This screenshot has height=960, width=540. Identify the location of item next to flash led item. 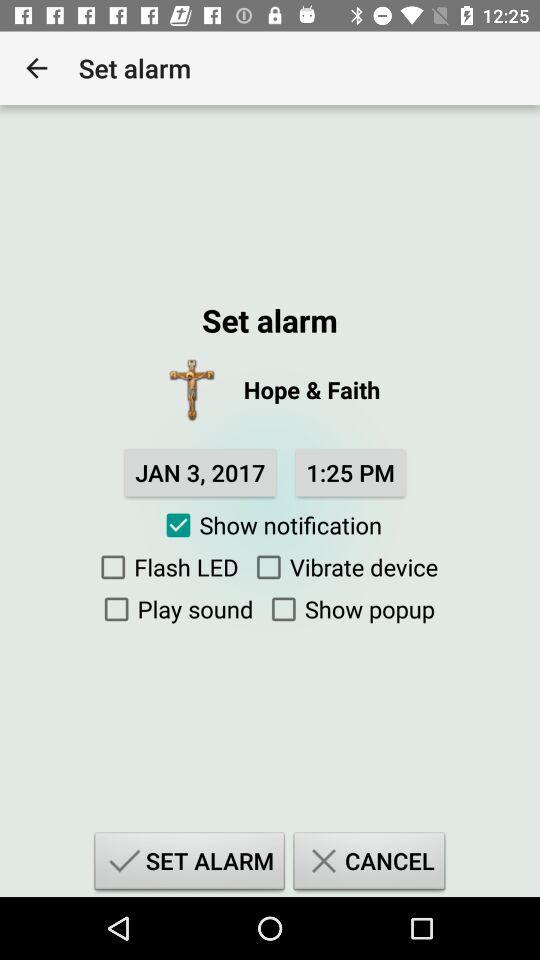
(341, 567).